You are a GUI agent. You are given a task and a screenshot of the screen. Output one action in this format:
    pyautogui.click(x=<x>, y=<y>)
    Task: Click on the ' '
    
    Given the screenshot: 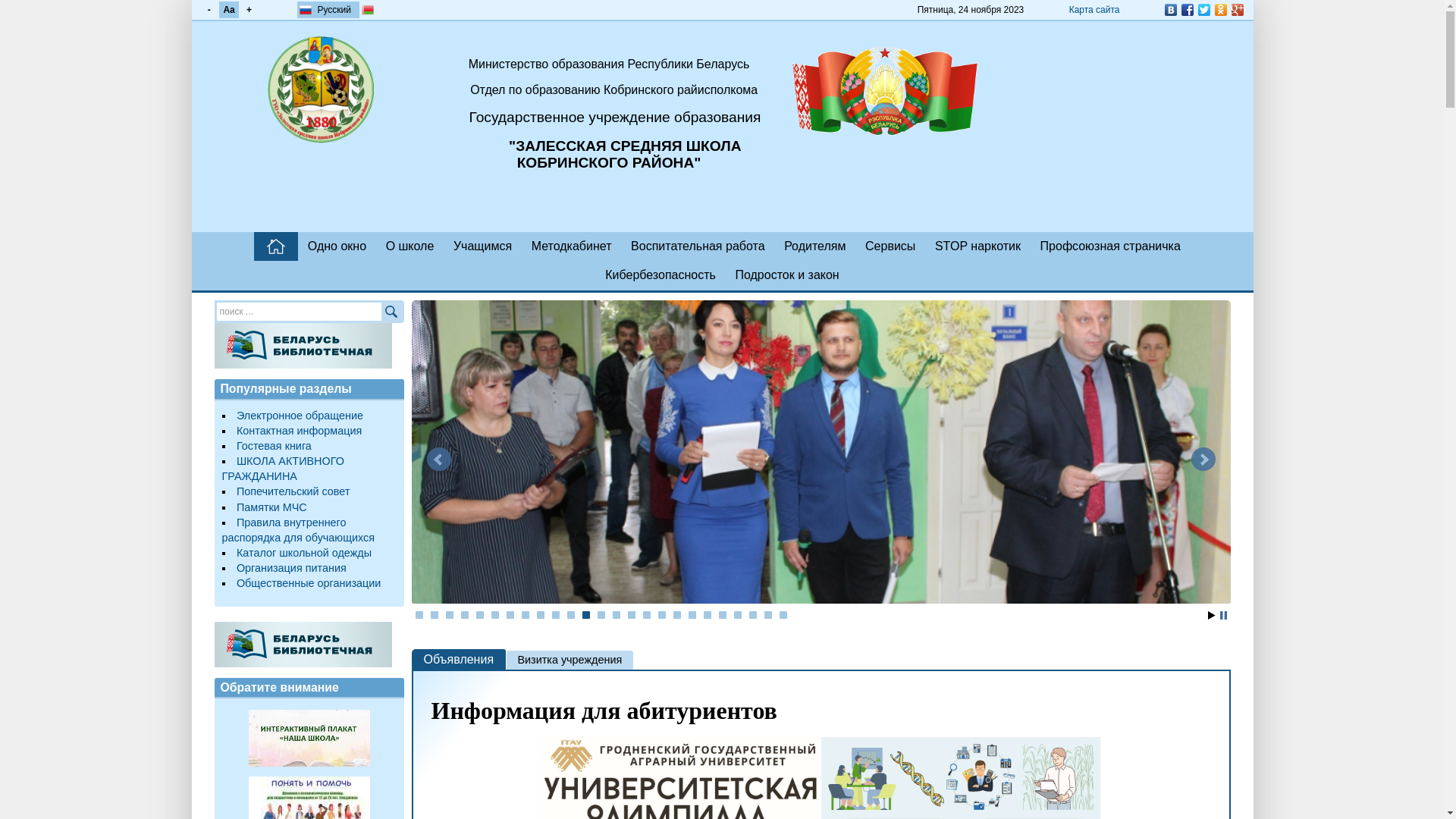 What is the action you would take?
    pyautogui.click(x=254, y=245)
    